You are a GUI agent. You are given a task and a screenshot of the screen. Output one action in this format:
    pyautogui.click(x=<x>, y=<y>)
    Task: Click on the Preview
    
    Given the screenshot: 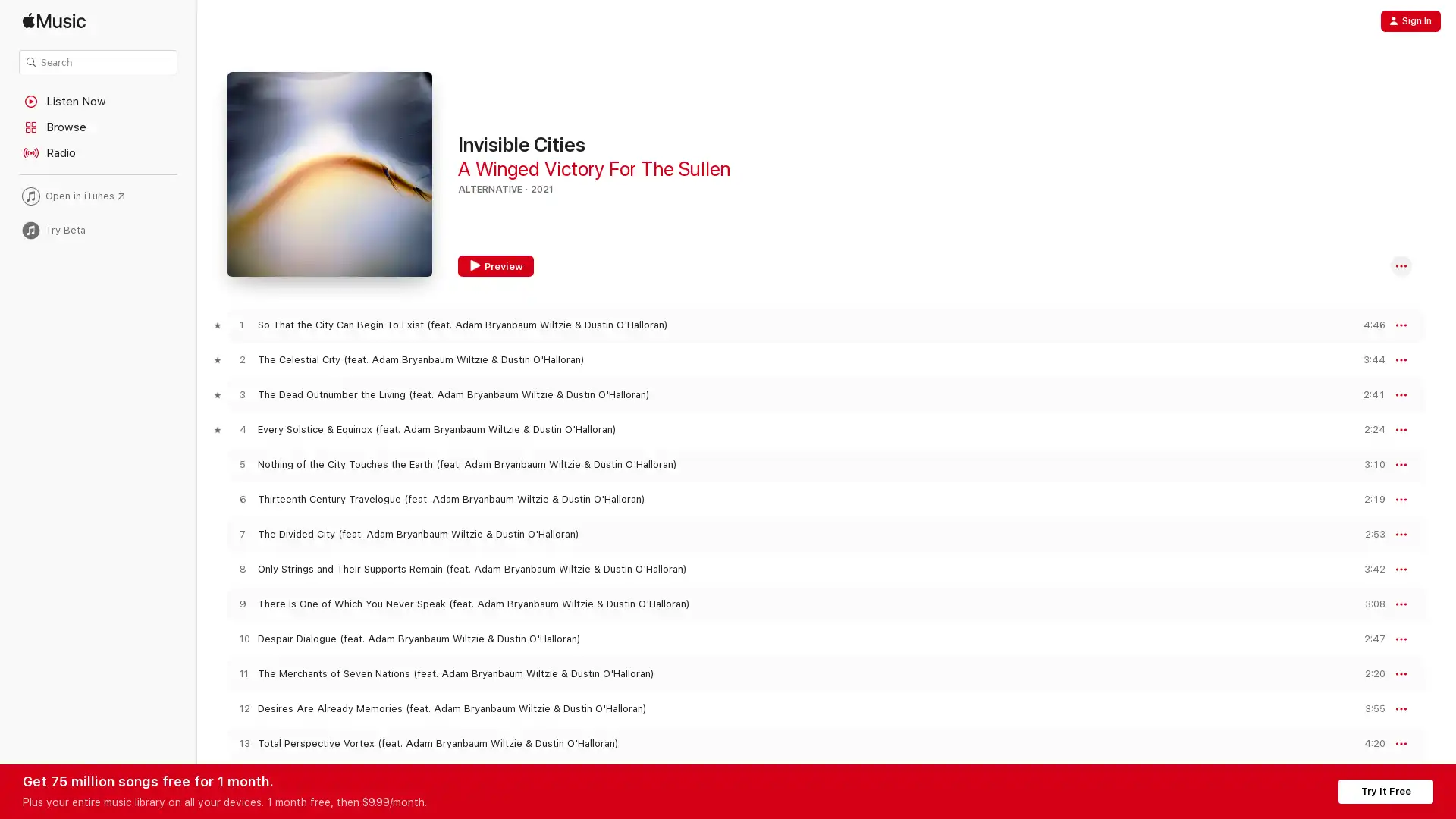 What is the action you would take?
    pyautogui.click(x=1368, y=708)
    